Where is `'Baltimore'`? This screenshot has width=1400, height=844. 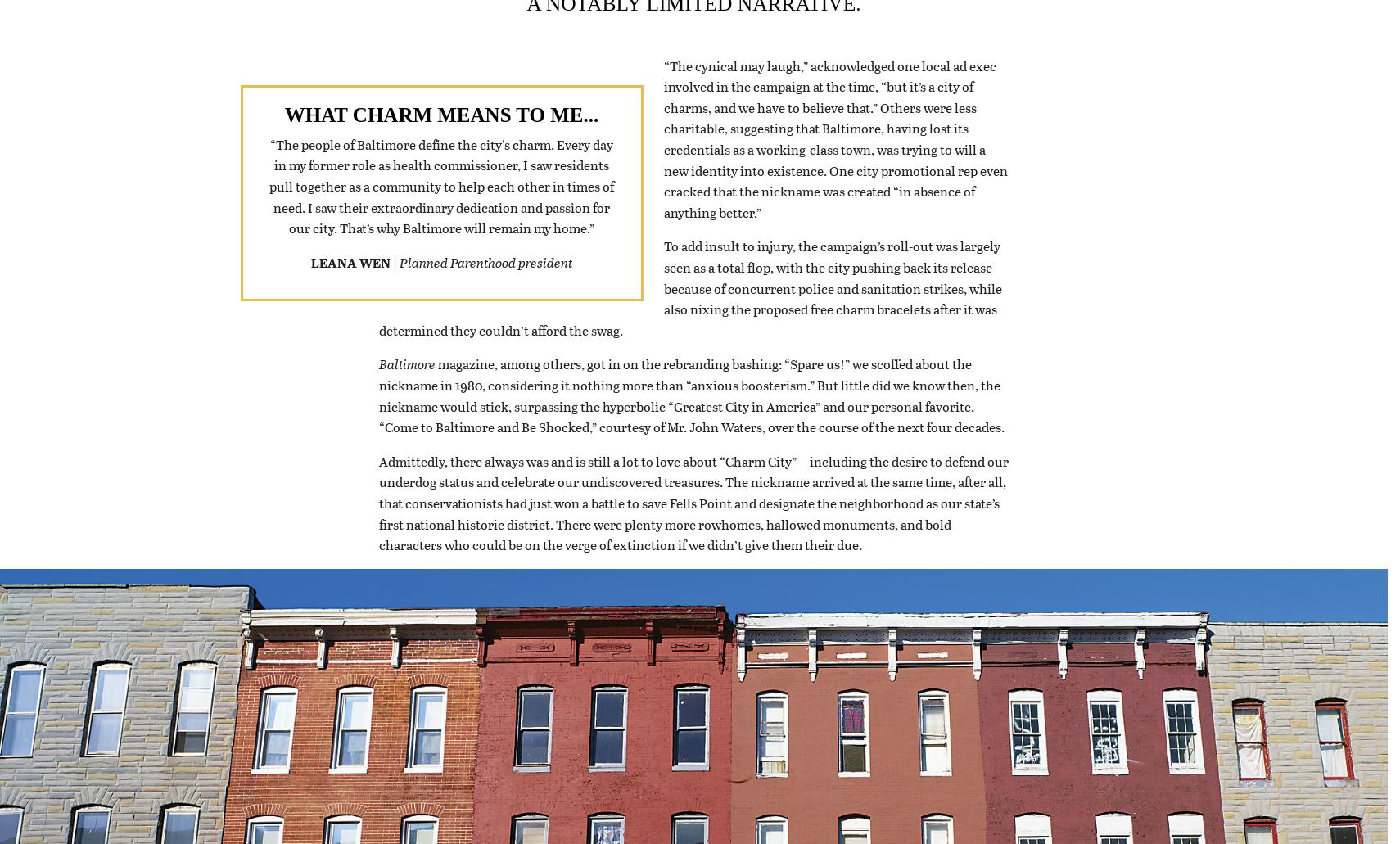 'Baltimore' is located at coordinates (406, 385).